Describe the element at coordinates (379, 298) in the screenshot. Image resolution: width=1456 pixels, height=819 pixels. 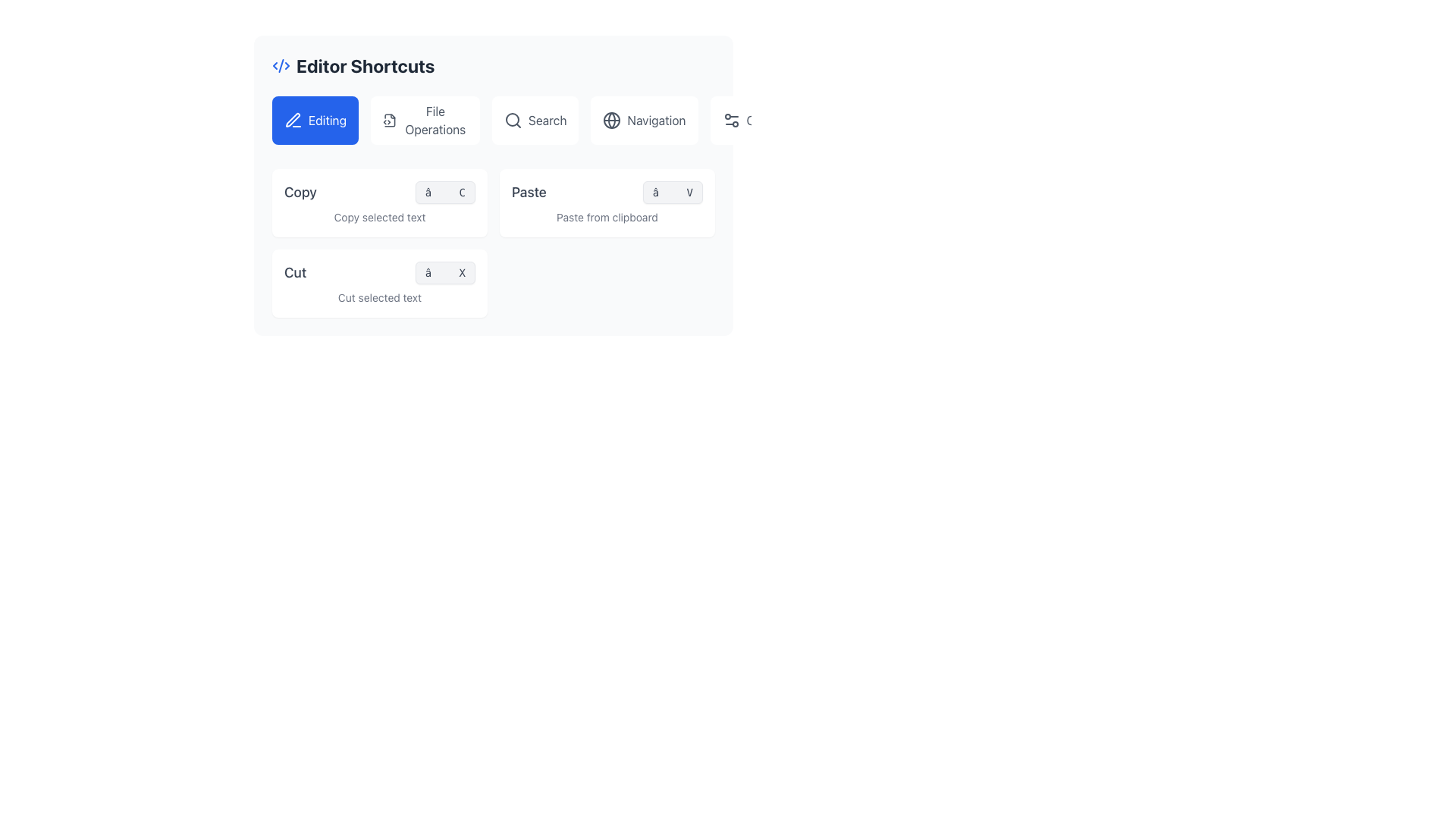
I see `the static text label that provides context for the 'Cut' operation, located in the bottom left section of the grid below the 'Cut ⌘ X' label` at that location.